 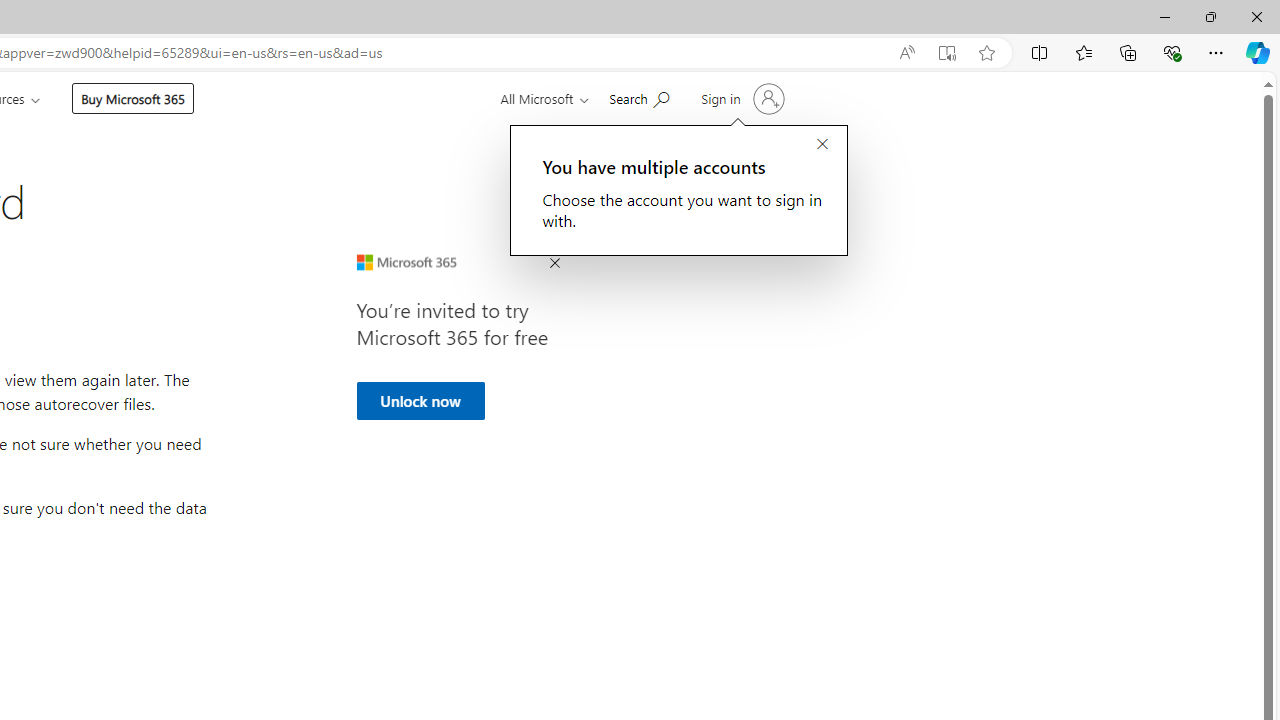 What do you see at coordinates (554, 263) in the screenshot?
I see `'Close Ad'` at bounding box center [554, 263].